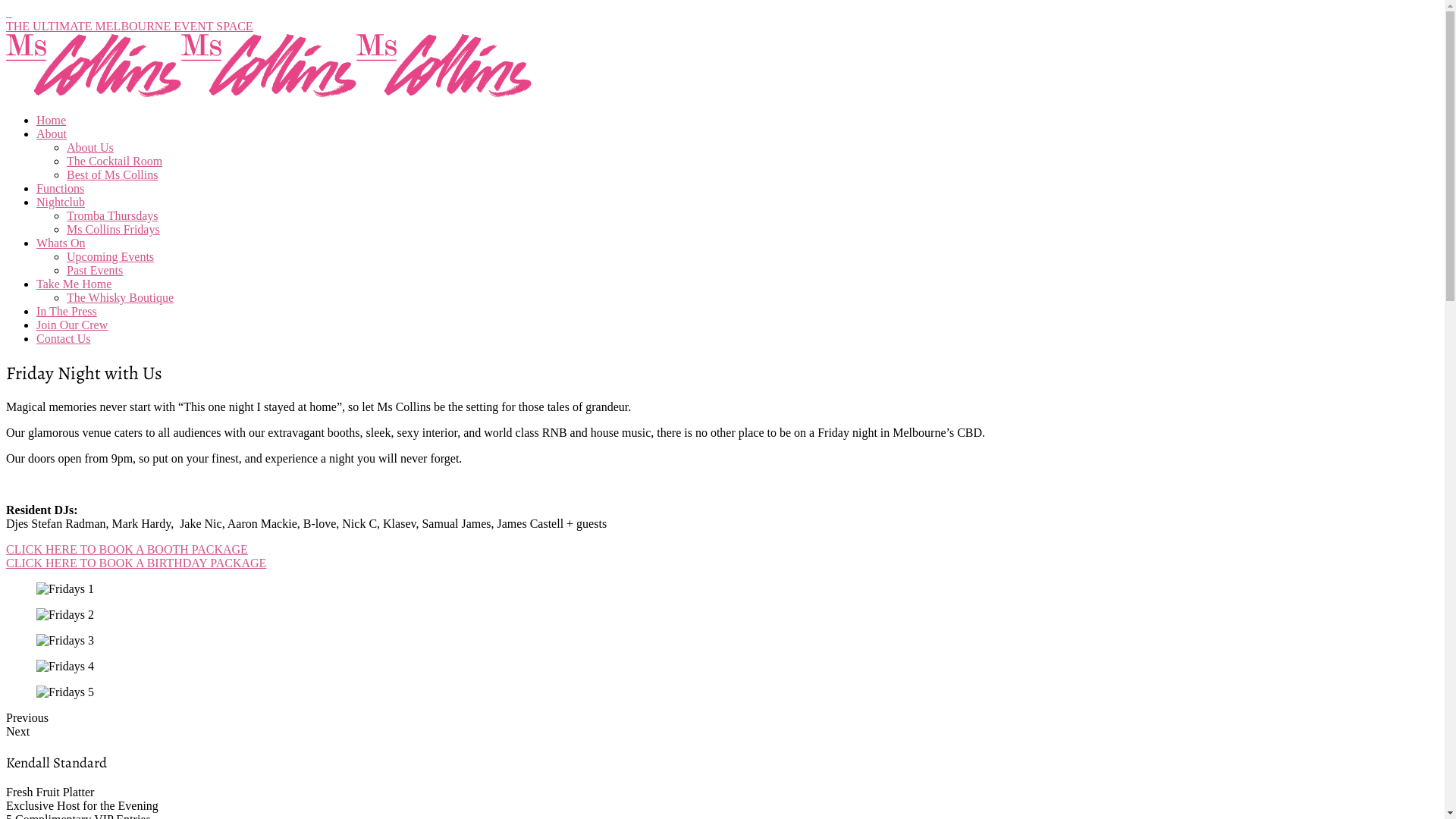  Describe the element at coordinates (51, 133) in the screenshot. I see `'About'` at that location.